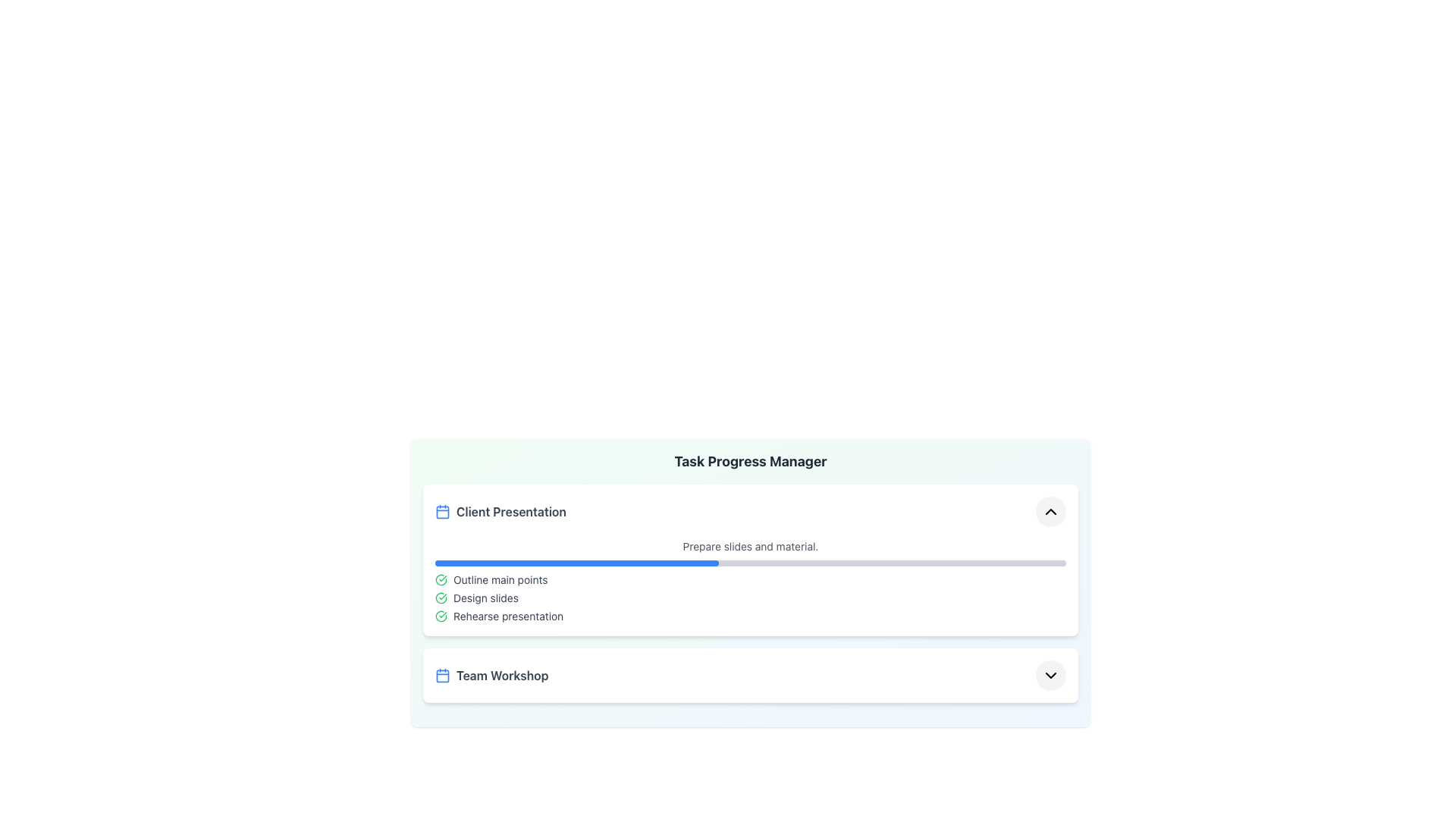 The height and width of the screenshot is (819, 1456). What do you see at coordinates (750, 547) in the screenshot?
I see `the text label that reads 'Prepare slides and material.', which is styled in gray color and is located above a progress bar within the 'Client Presentation' task section` at bounding box center [750, 547].